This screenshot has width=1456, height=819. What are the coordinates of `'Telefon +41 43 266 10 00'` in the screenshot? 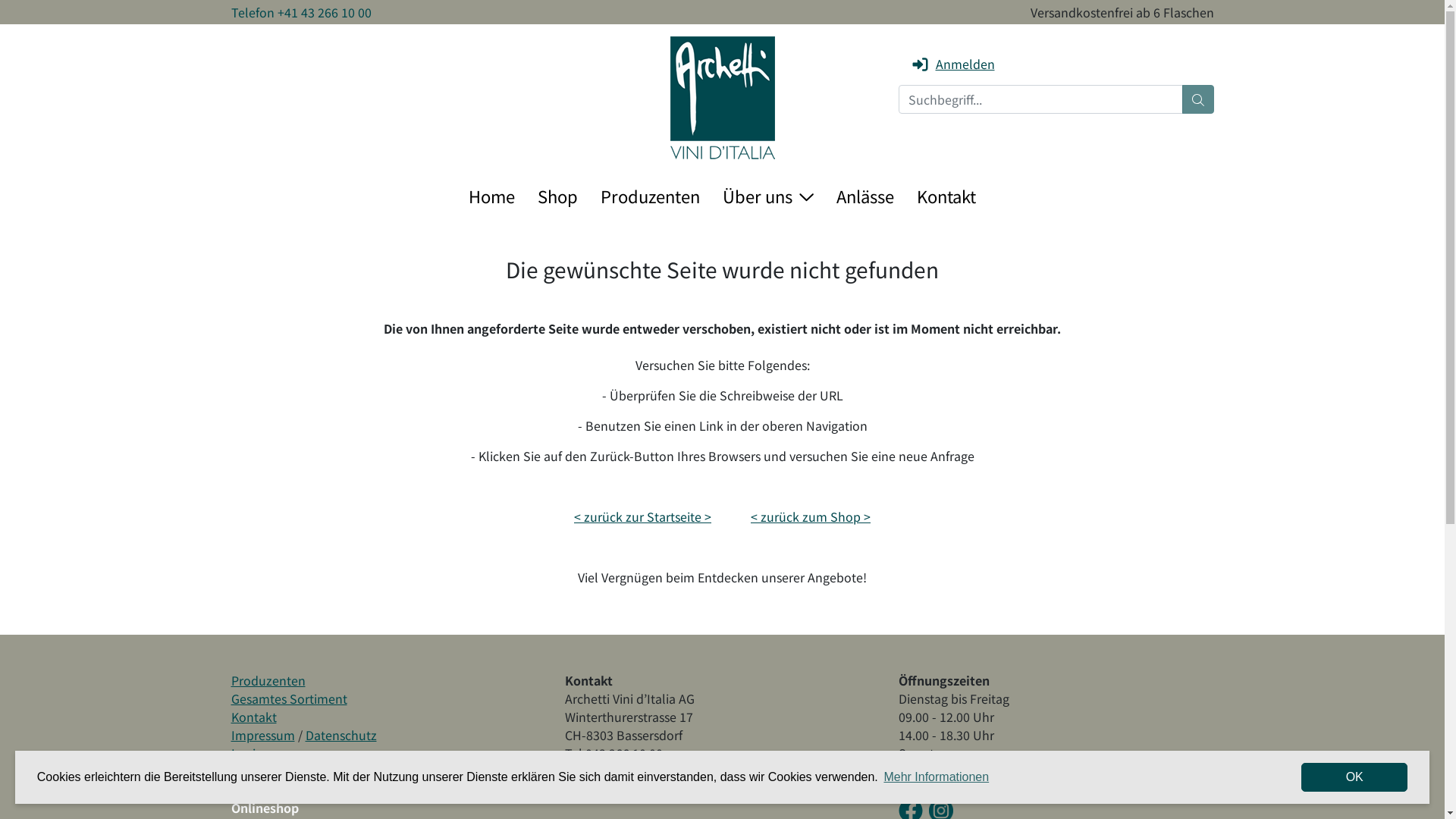 It's located at (300, 11).